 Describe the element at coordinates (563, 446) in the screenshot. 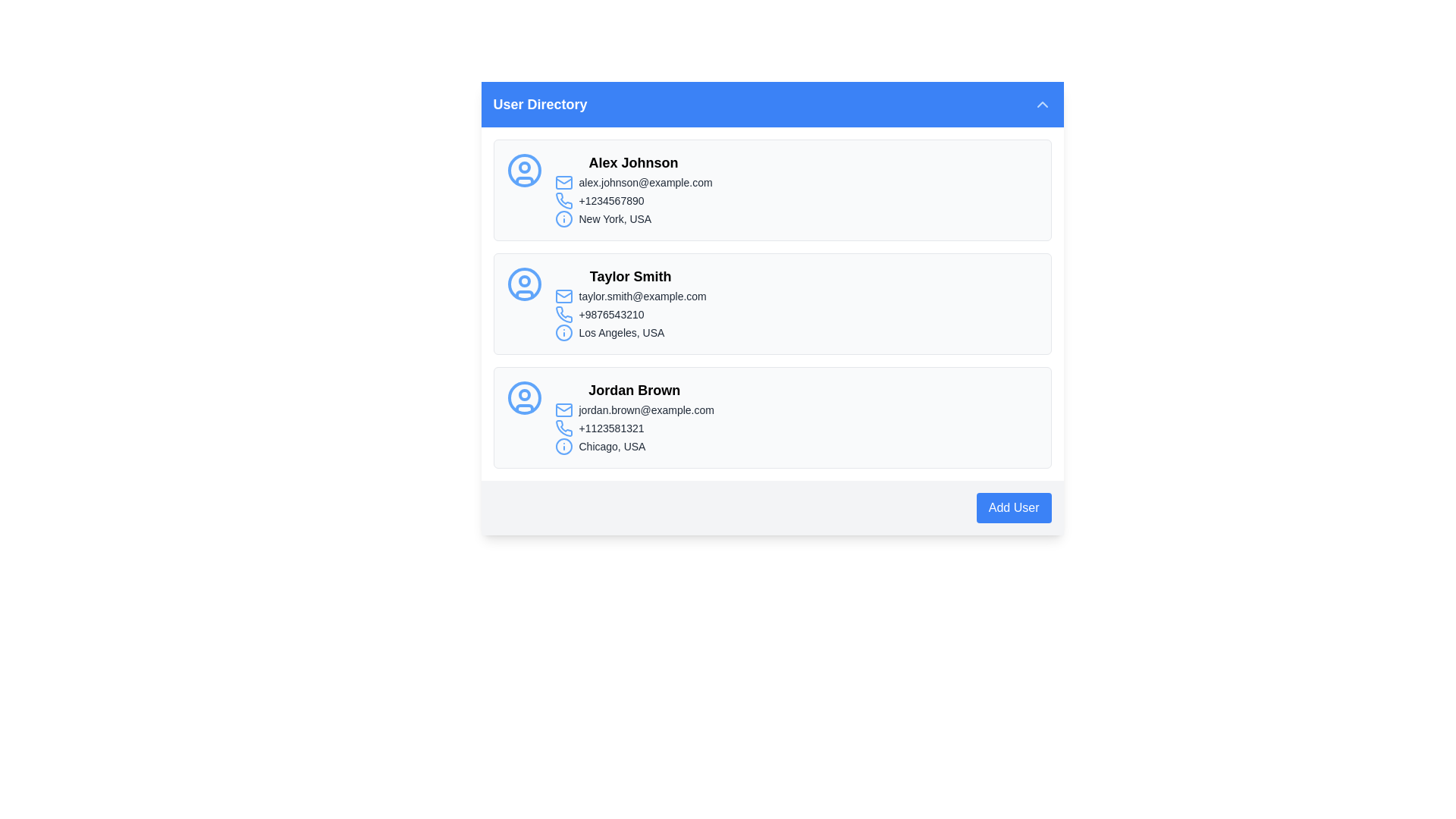

I see `the blue circular informational icon with an 'i' in the center, which is part of the user entry labeled 'Jordan Brown' located at the bottom of the user list` at that location.